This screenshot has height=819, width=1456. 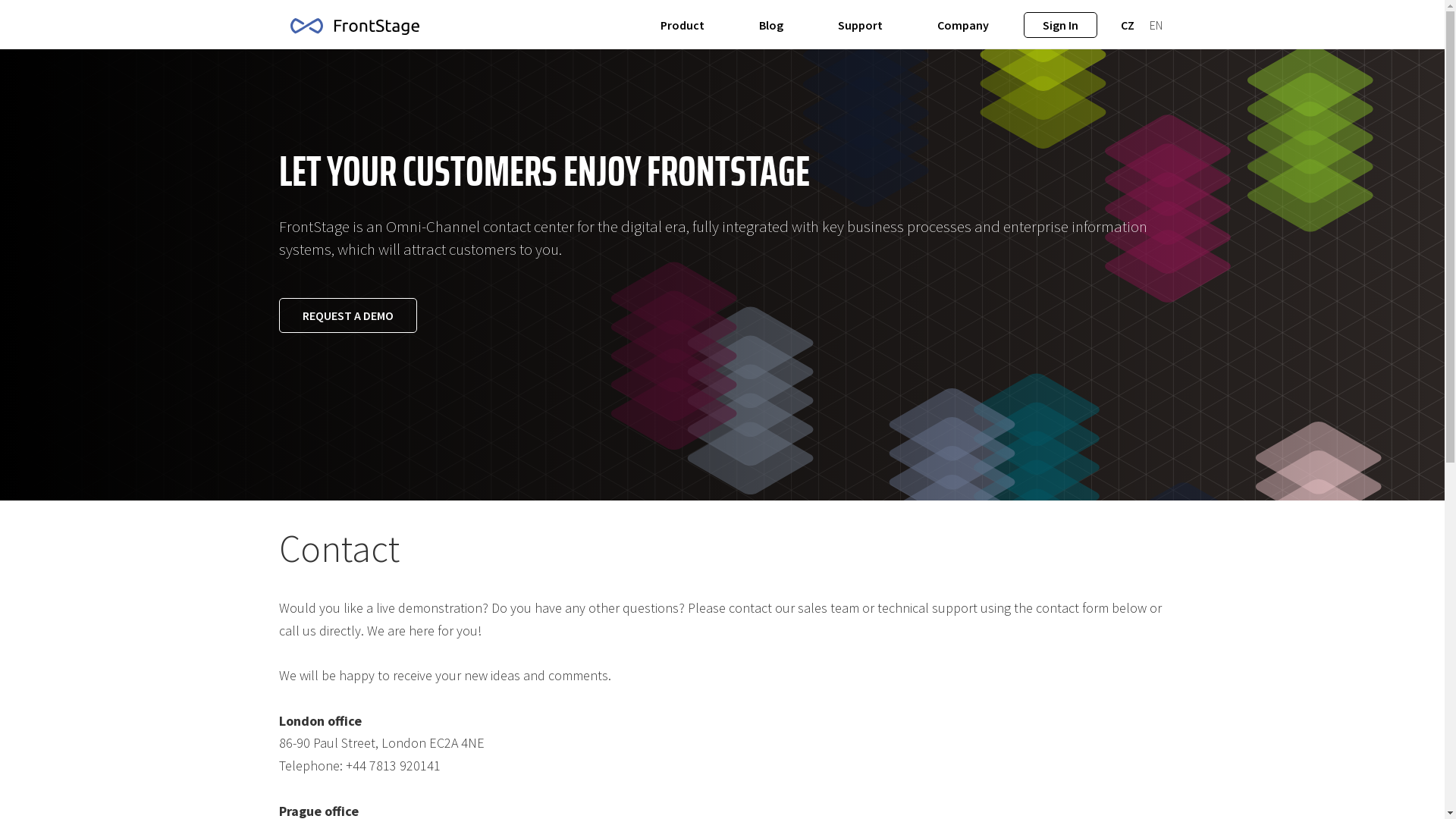 I want to click on 'CZ', so click(x=1128, y=25).